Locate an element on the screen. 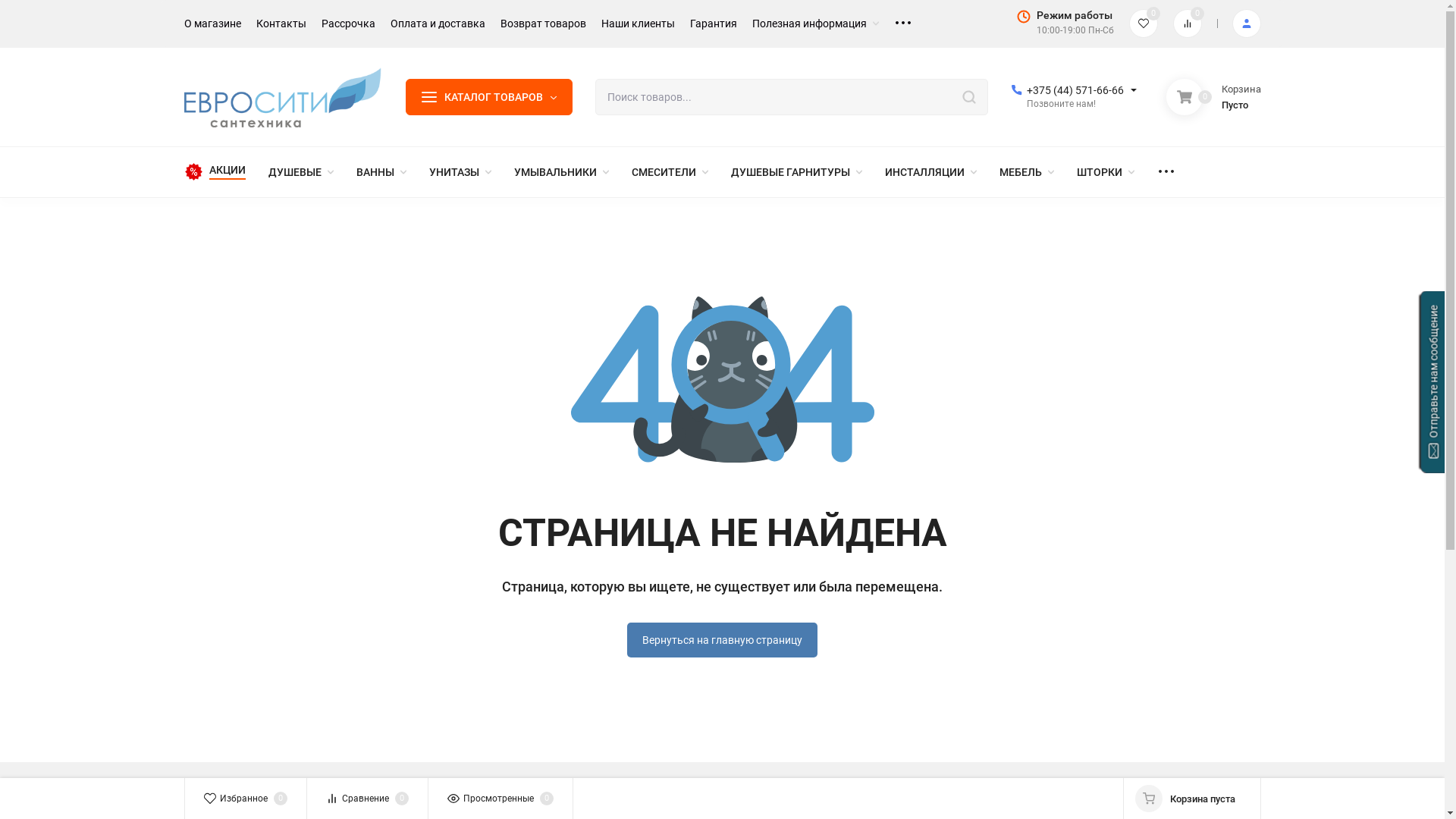 Image resolution: width=1456 pixels, height=819 pixels. '+375 (44) 571-66-66' is located at coordinates (1074, 90).